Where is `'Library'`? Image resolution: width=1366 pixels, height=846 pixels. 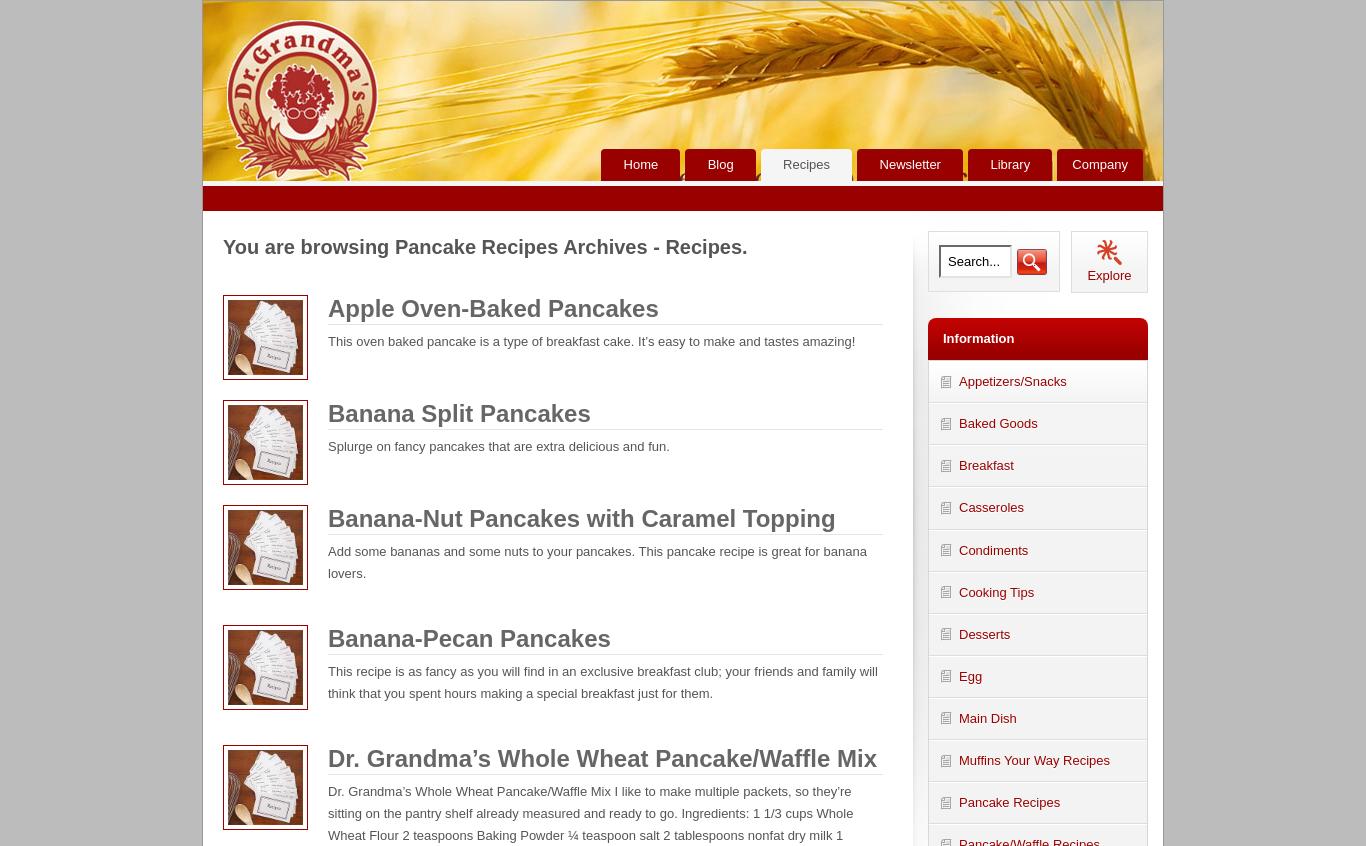 'Library' is located at coordinates (1010, 162).